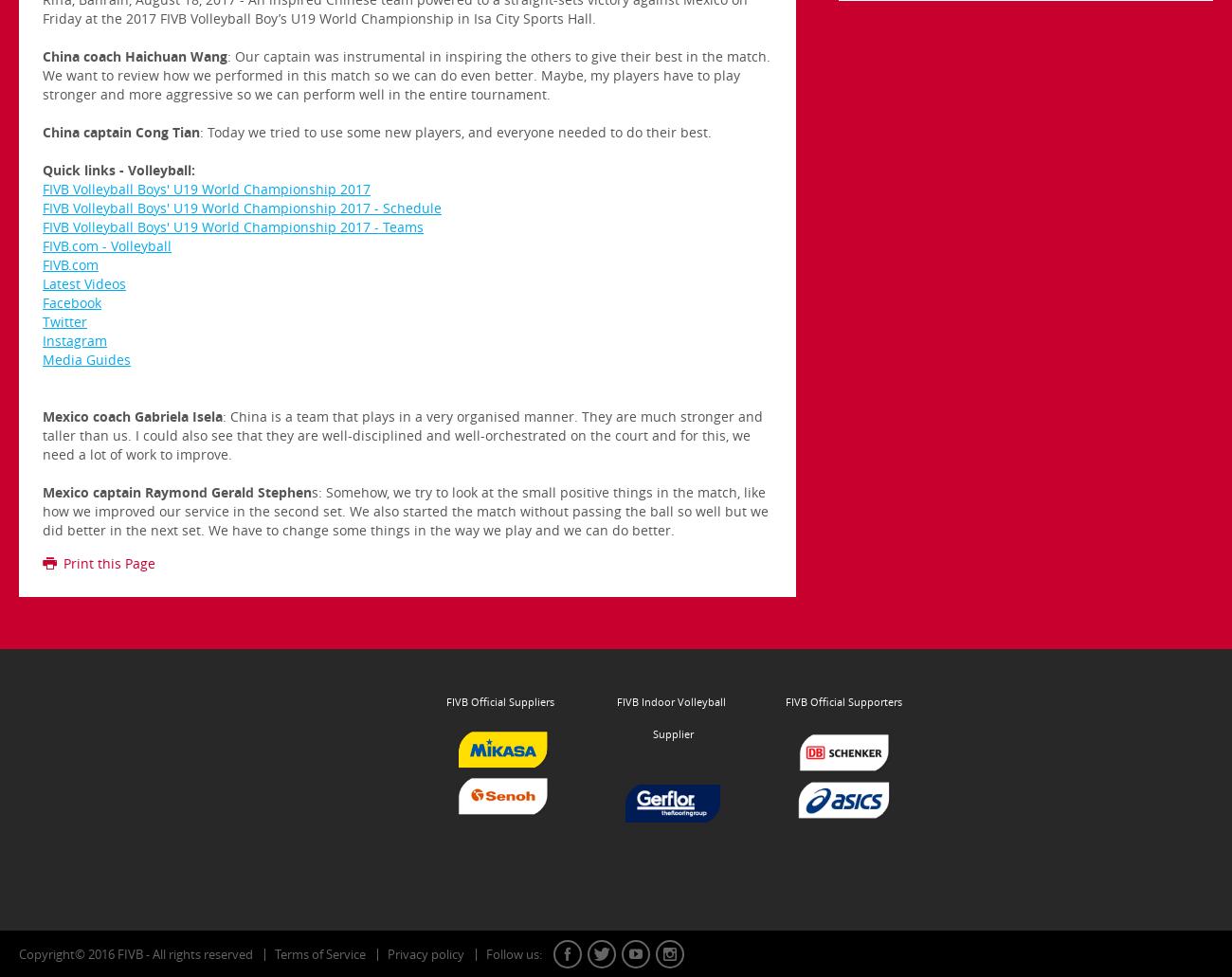  Describe the element at coordinates (75, 339) in the screenshot. I see `'Instagram'` at that location.